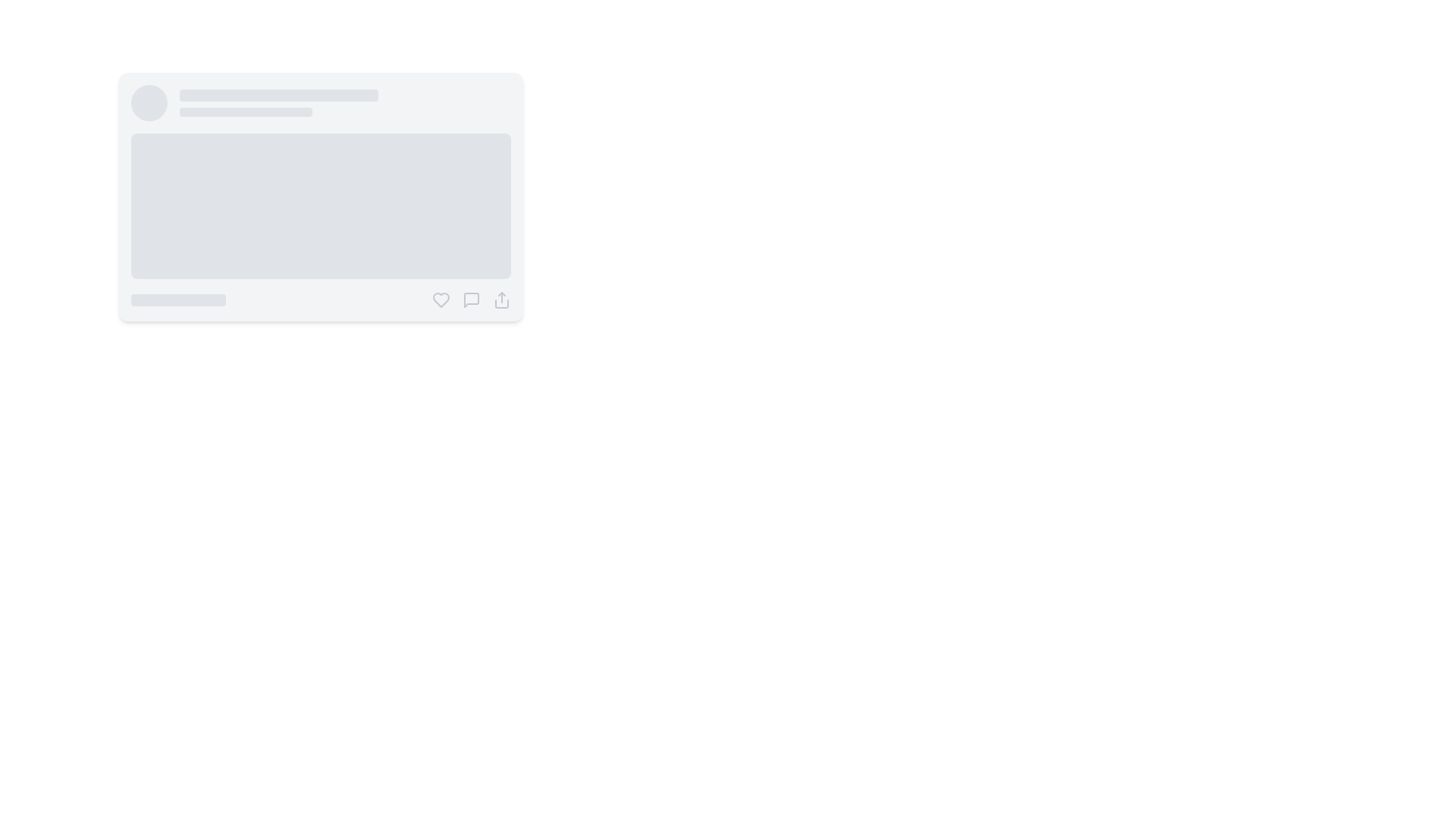  What do you see at coordinates (440, 300) in the screenshot?
I see `the heart-shaped icon located in the bottom-right area of the card layout` at bounding box center [440, 300].